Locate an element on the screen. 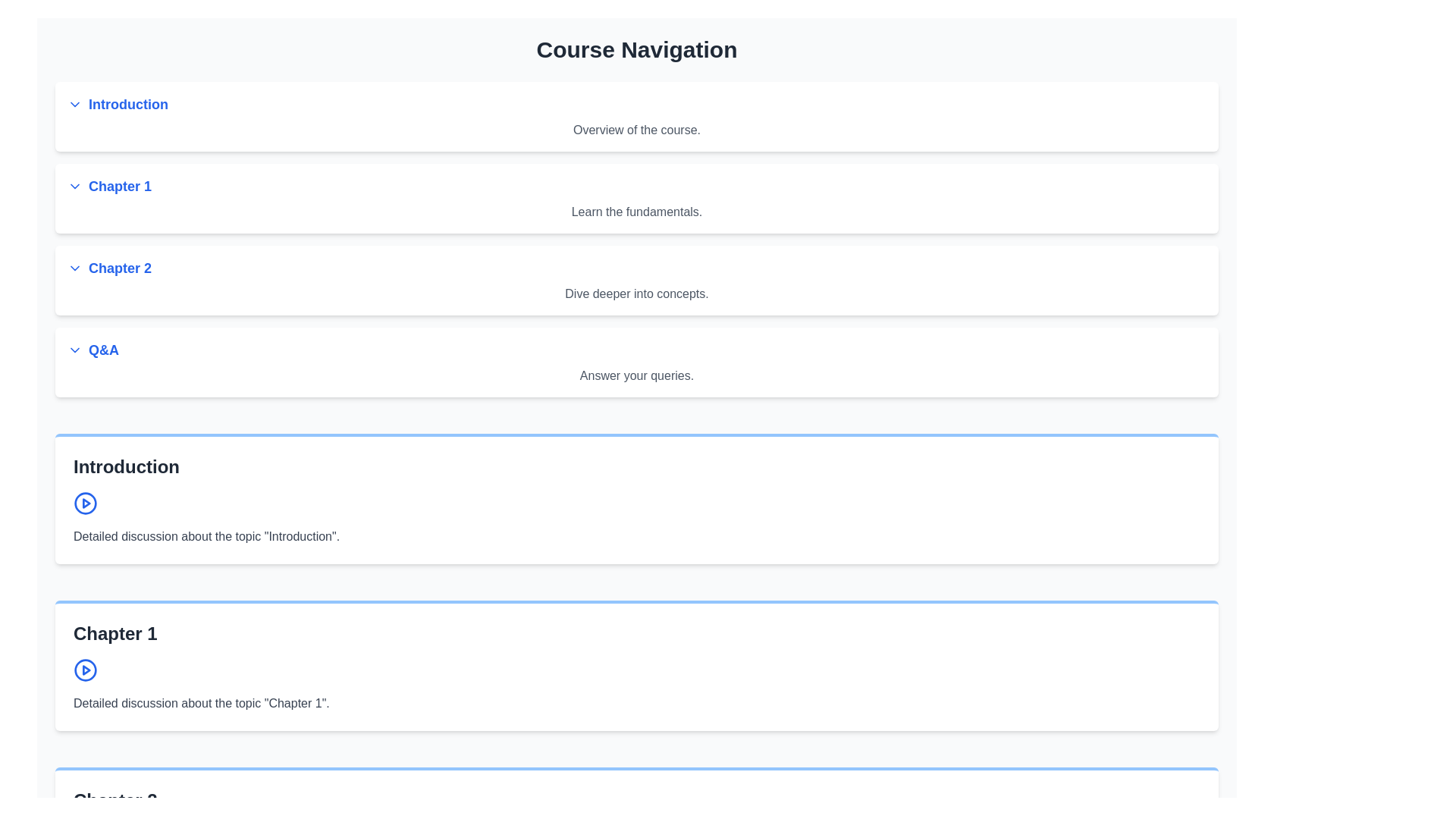  text block containing 'Detailed discussion about the topic "Introduction".' which is styled in gray on a white background, positioned beneath the 'Introduction' title and the blue circular play button is located at coordinates (206, 536).